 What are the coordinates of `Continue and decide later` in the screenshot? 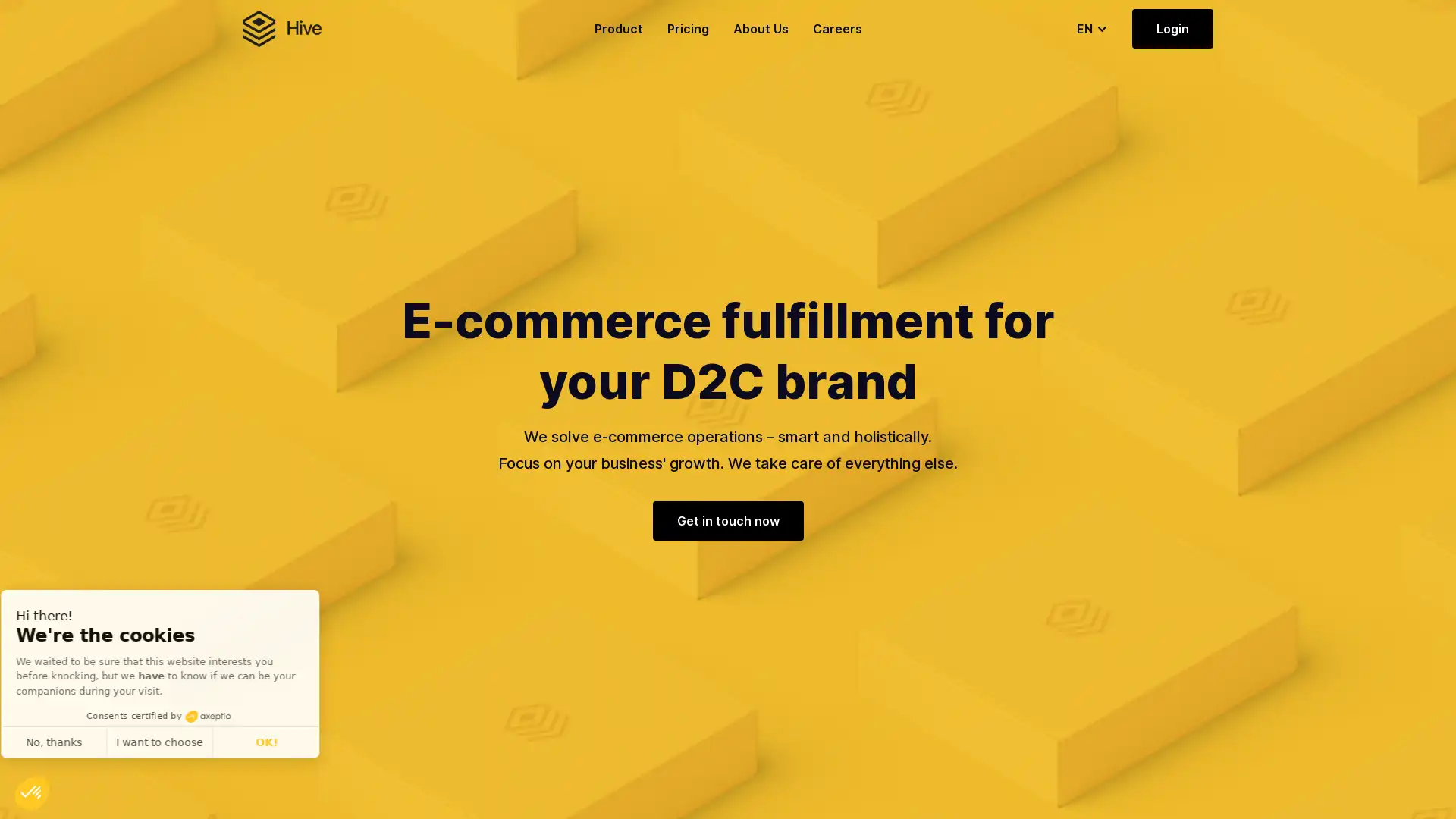 It's located at (32, 792).